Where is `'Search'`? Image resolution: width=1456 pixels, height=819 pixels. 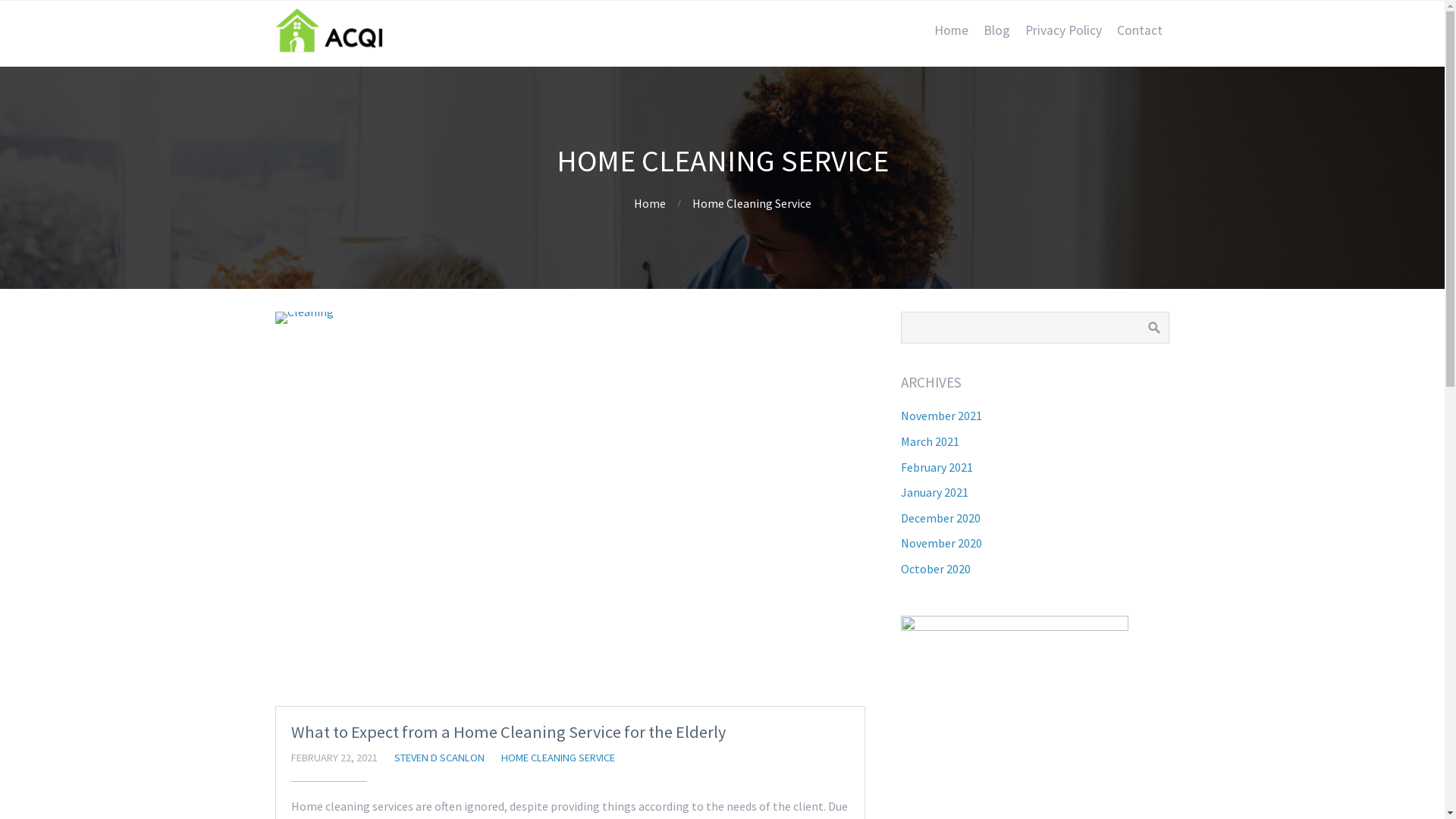
'Search' is located at coordinates (1153, 327).